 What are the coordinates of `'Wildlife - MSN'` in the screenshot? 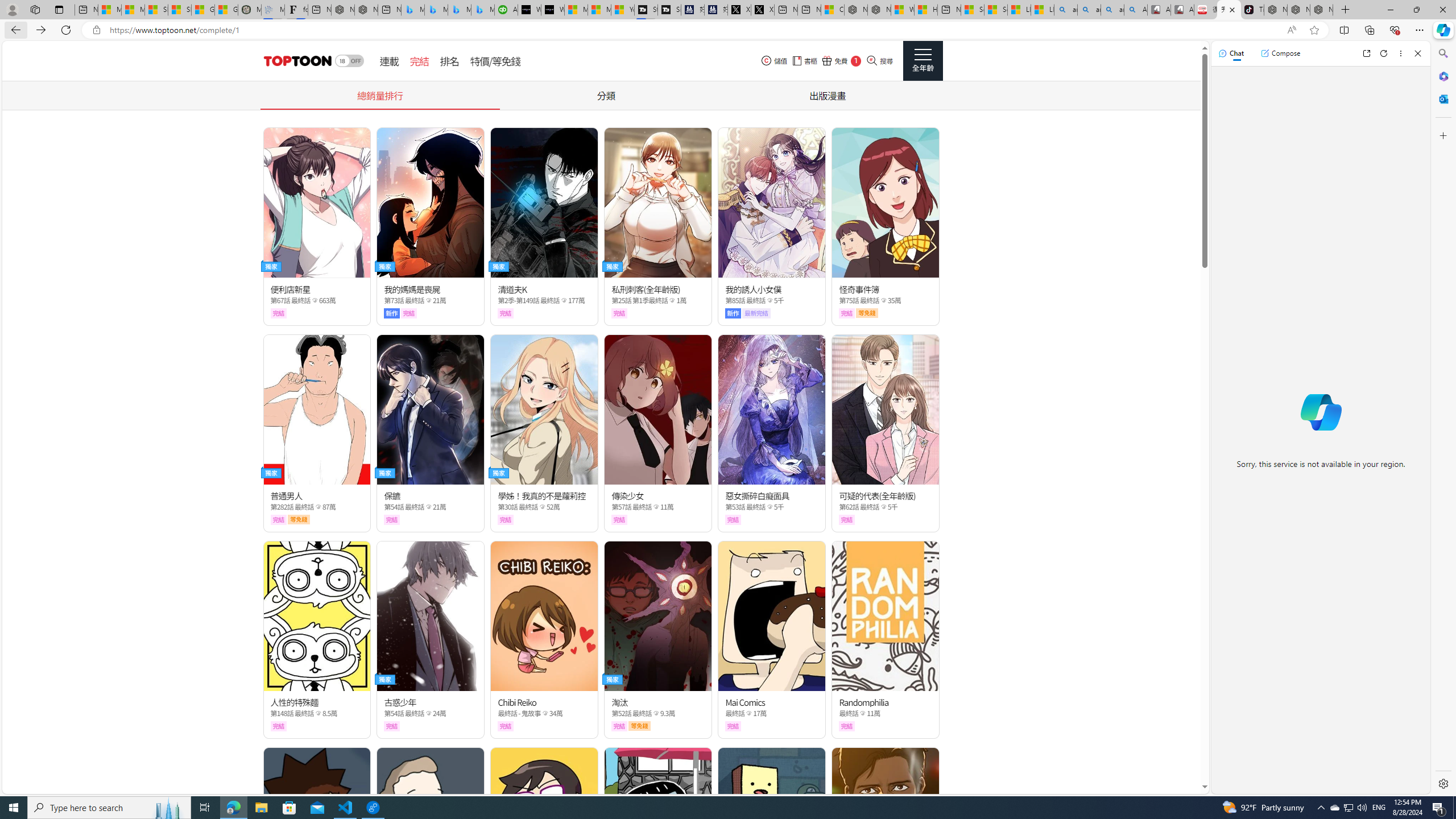 It's located at (902, 9).